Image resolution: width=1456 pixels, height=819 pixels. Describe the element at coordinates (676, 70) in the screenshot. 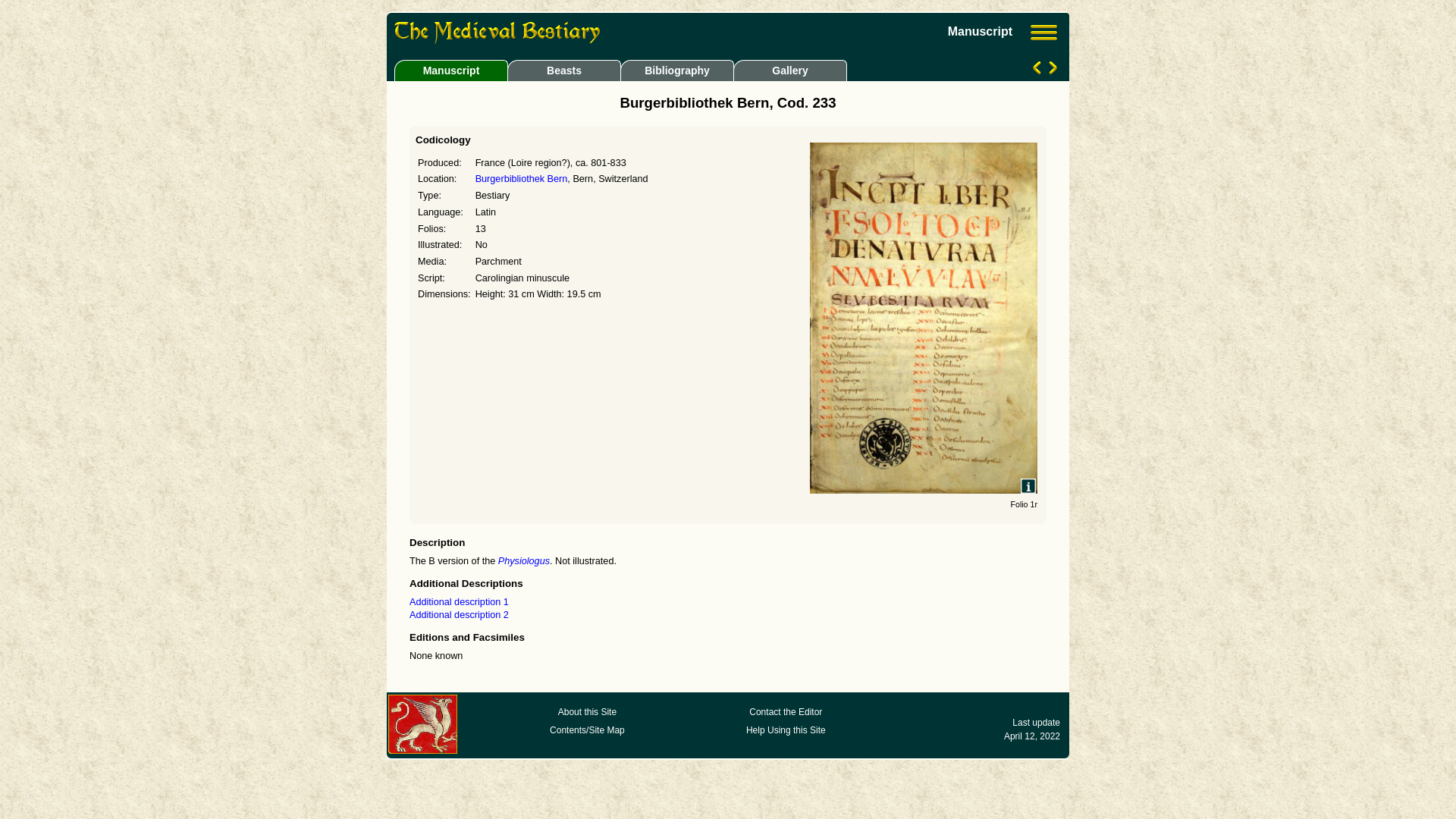

I see `'Bibliography'` at that location.